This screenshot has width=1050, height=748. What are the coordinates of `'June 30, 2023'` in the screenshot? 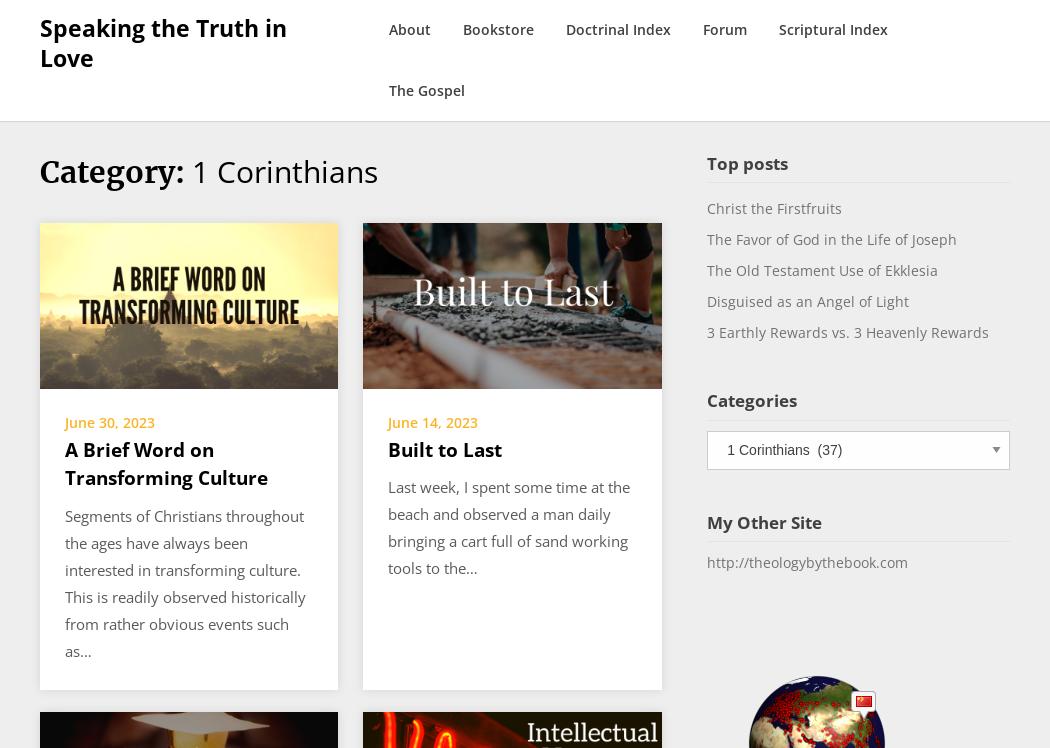 It's located at (110, 421).